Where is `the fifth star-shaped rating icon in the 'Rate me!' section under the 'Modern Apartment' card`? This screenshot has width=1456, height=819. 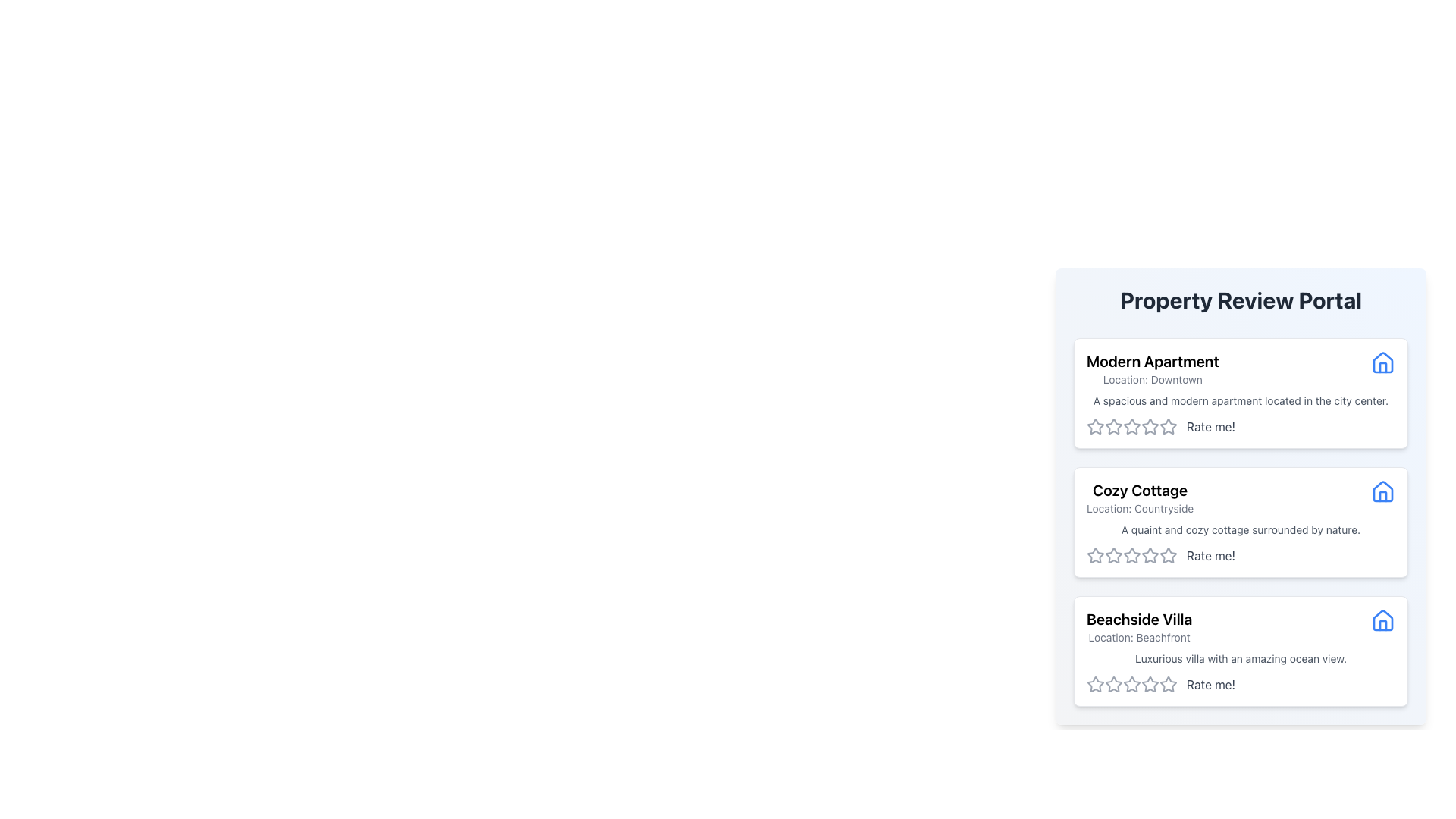
the fifth star-shaped rating icon in the 'Rate me!' section under the 'Modern Apartment' card is located at coordinates (1167, 427).